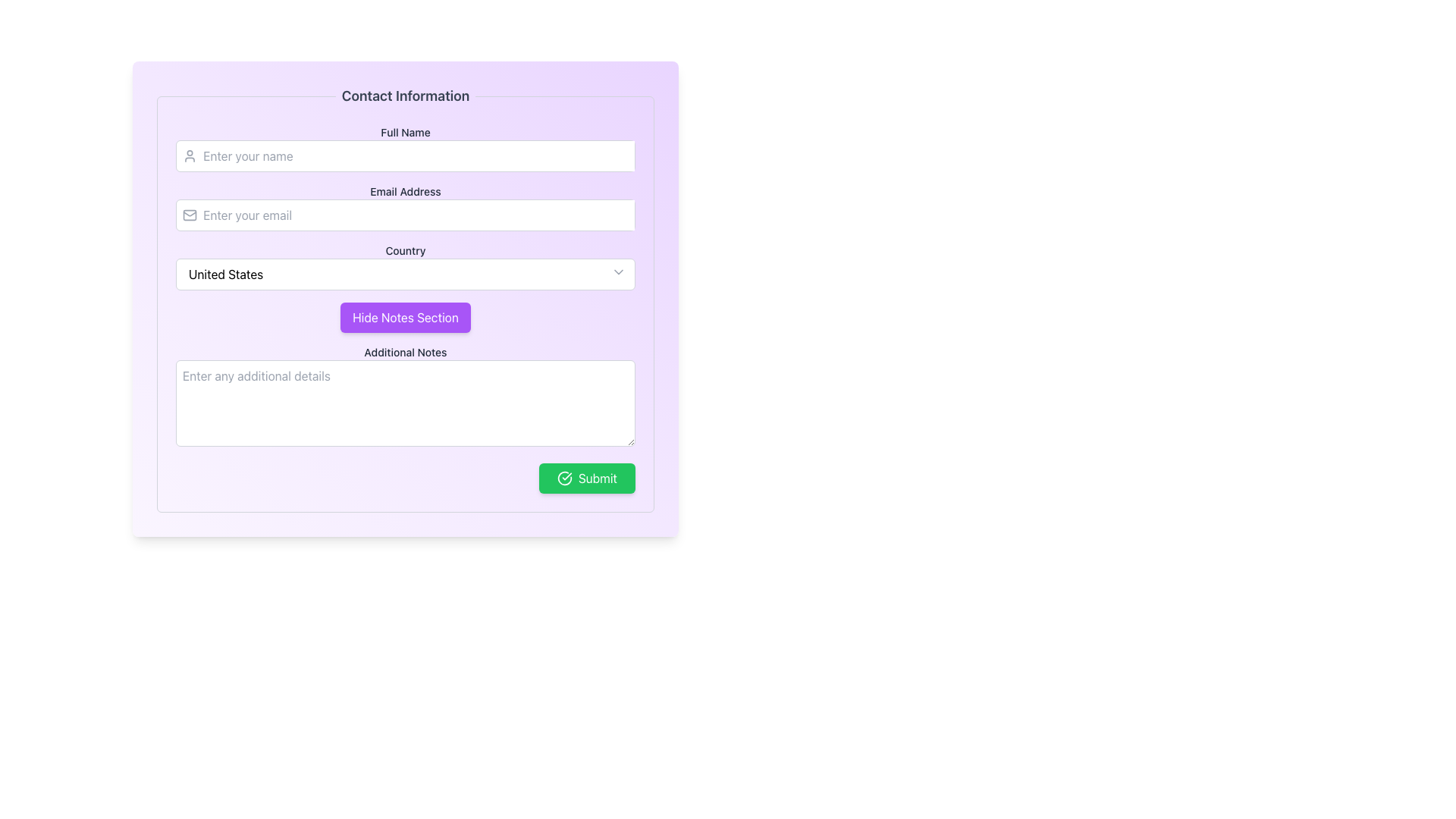 The height and width of the screenshot is (819, 1456). I want to click on the button located in the middle section of the form, just below the 'Country' dropdown, so click(405, 317).